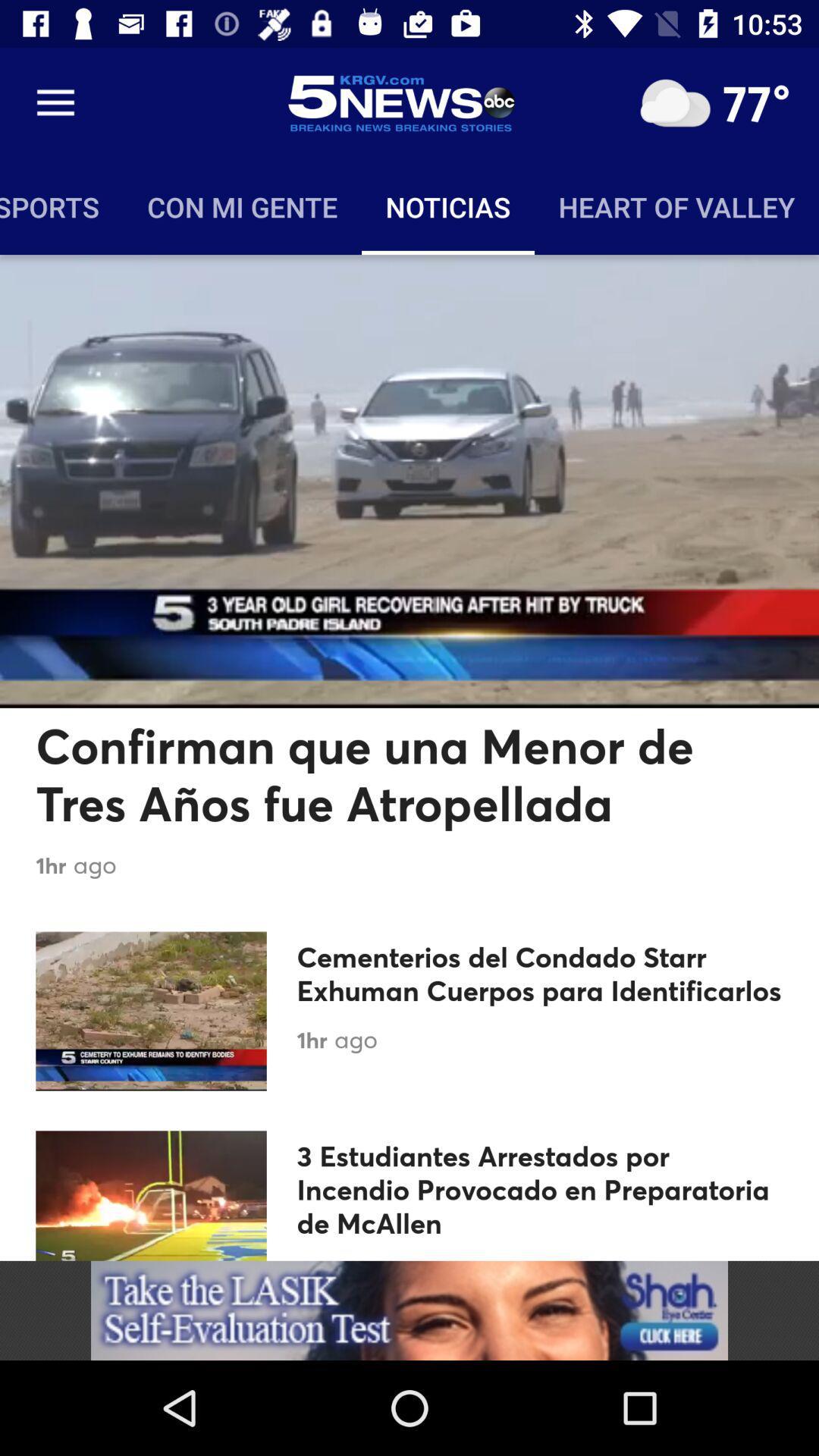 Image resolution: width=819 pixels, height=1456 pixels. I want to click on advertisement click, so click(409, 1310).